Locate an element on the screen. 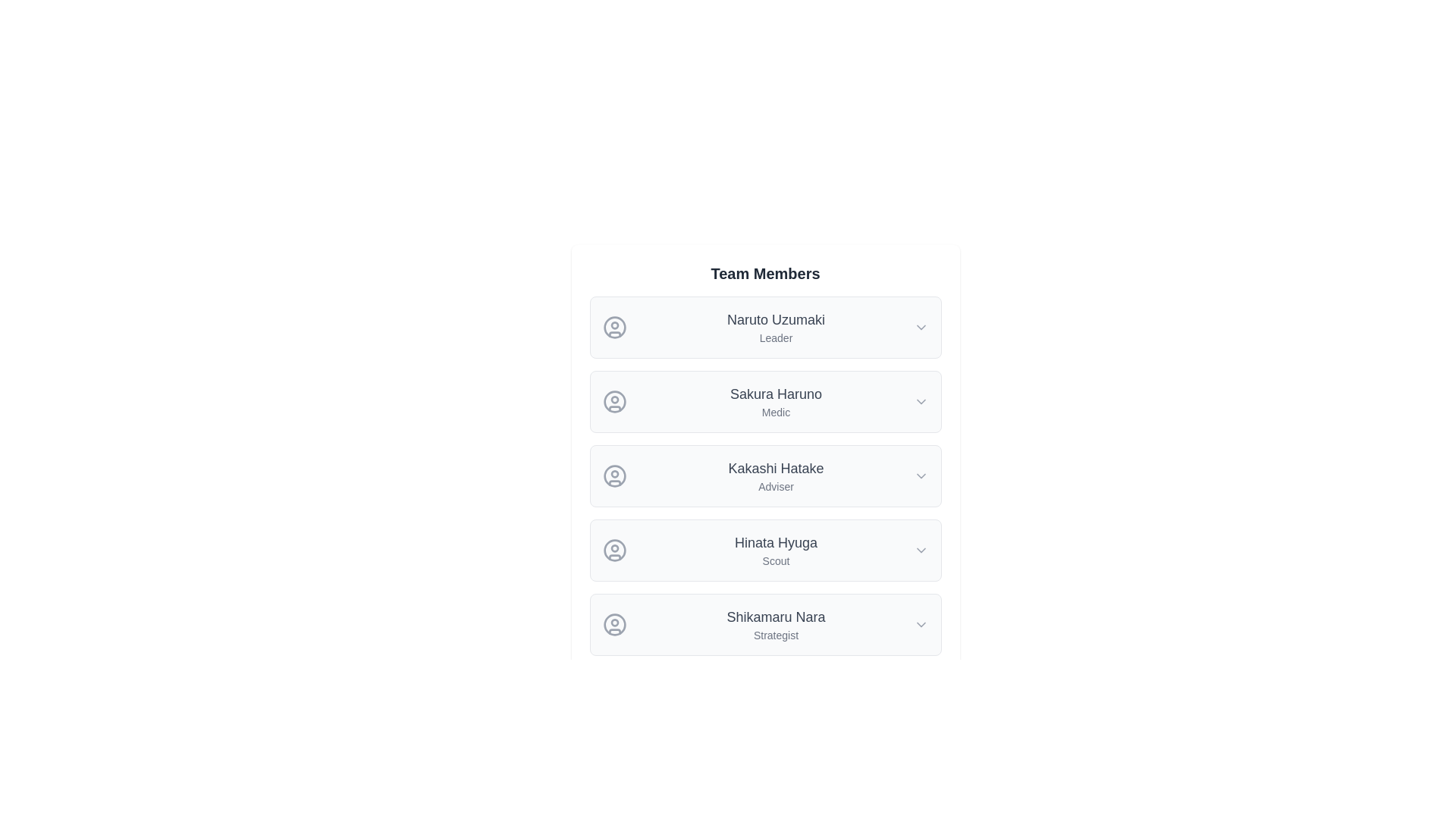 The image size is (1456, 819). the decorative circle part of the user profile icon, which is positioned to the left of the text 'Naruto Uzumaki' and 'Leader' in the team members list is located at coordinates (614, 327).